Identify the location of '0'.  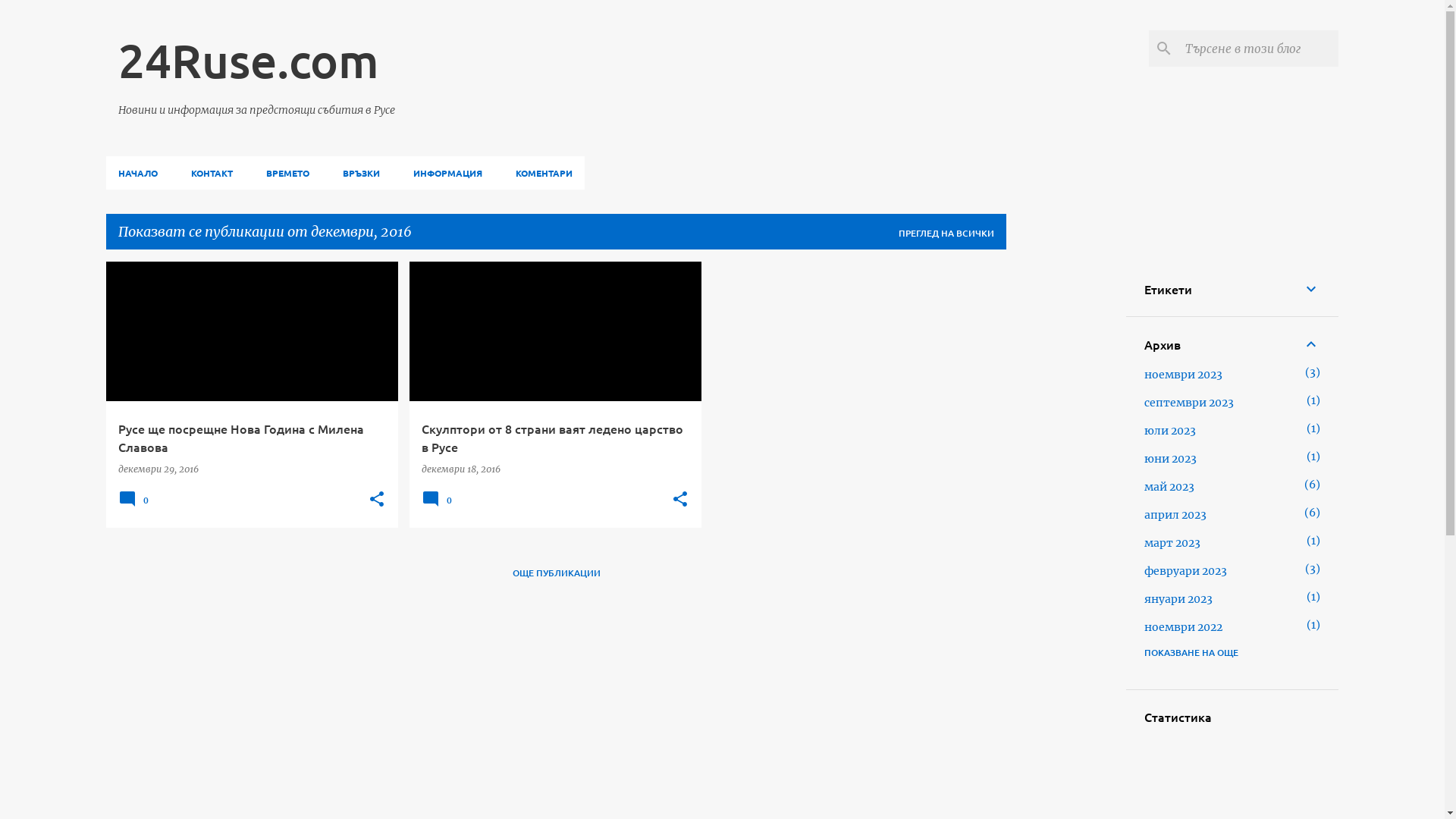
(438, 504).